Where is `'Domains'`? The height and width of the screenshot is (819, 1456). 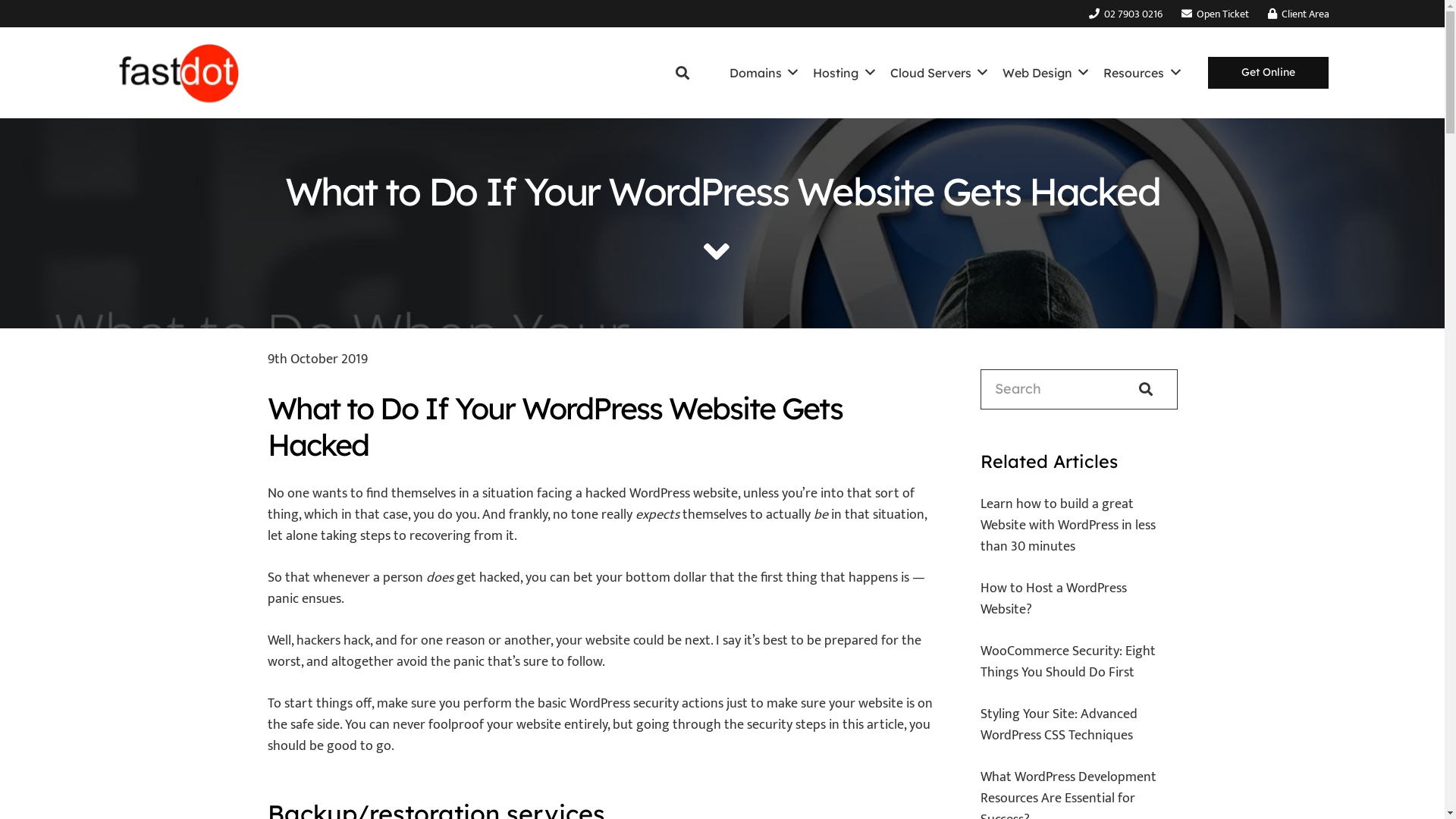 'Domains' is located at coordinates (764, 73).